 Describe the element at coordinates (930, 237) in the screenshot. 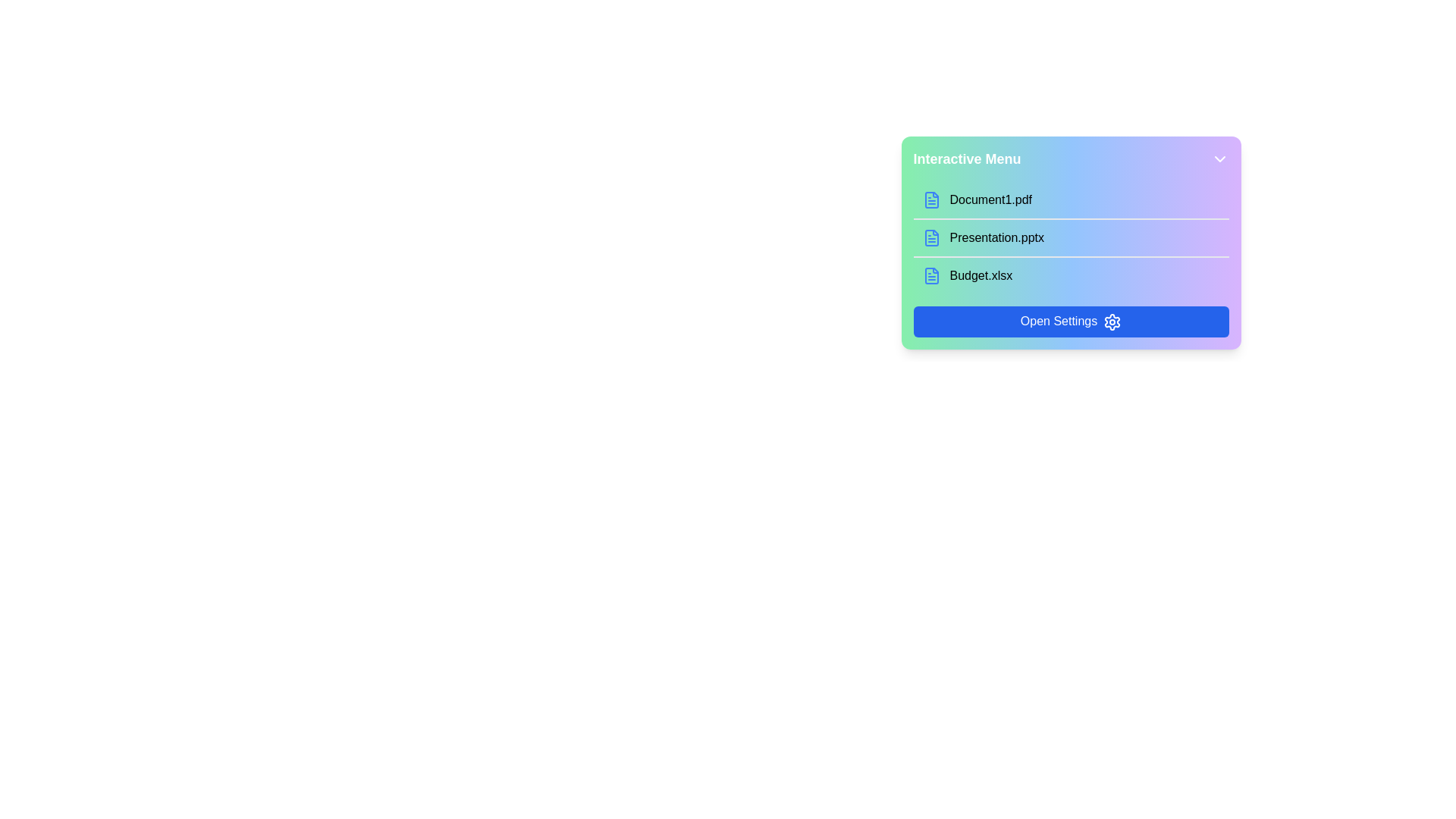

I see `the SVG icon representing a document file, which is light blue and positioned next to the text 'Presentation.pptx' in the interactive menu` at that location.